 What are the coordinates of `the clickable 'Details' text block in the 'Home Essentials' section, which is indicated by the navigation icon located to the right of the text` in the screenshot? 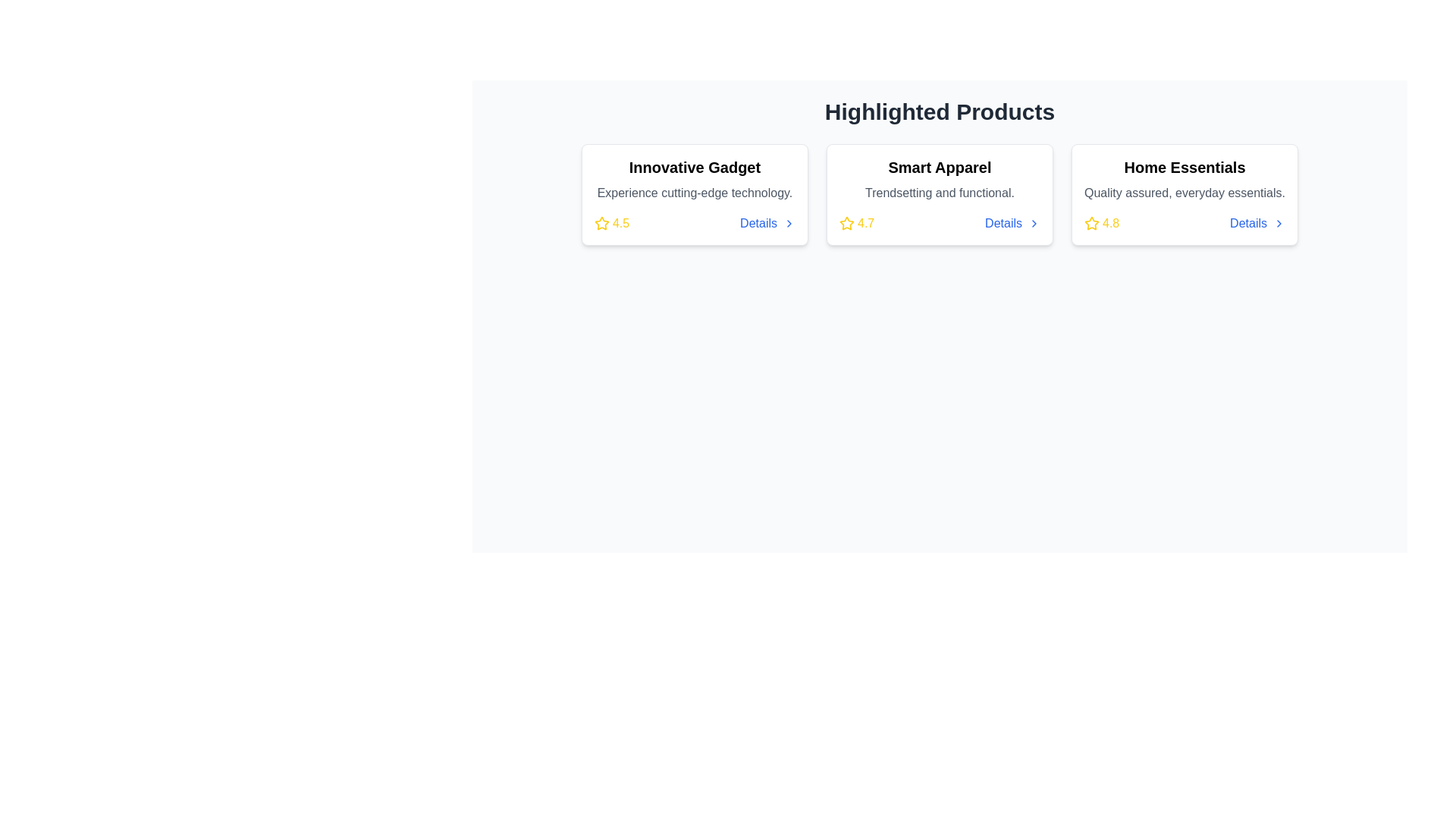 It's located at (1279, 223).